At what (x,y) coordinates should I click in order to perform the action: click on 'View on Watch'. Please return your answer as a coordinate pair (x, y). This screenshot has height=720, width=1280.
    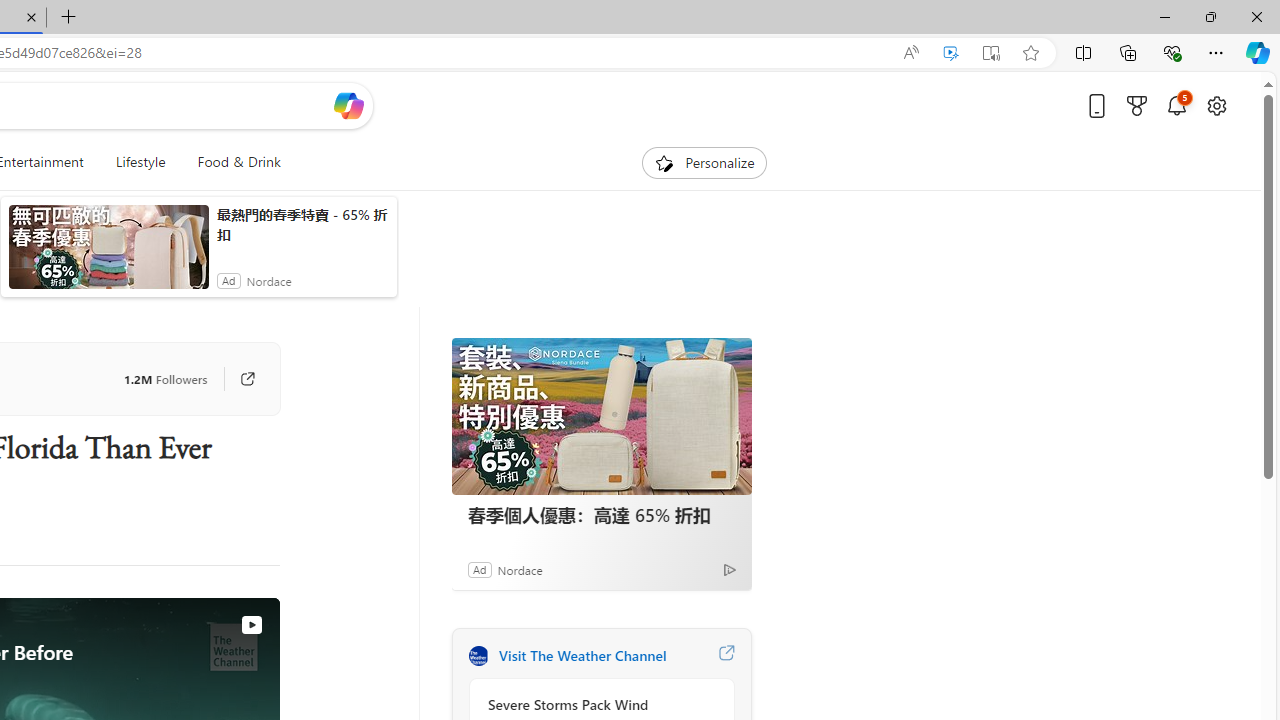
    Looking at the image, I should click on (250, 624).